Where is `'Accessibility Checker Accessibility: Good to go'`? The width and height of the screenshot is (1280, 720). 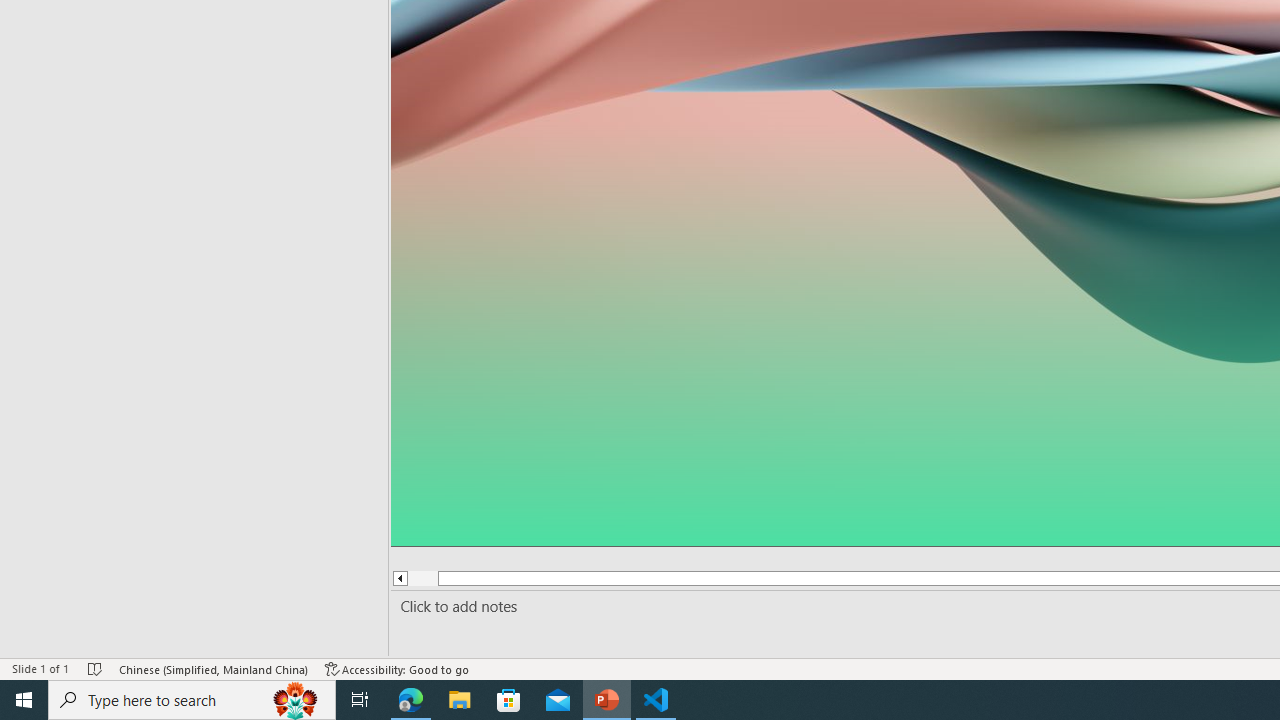 'Accessibility Checker Accessibility: Good to go' is located at coordinates (397, 669).